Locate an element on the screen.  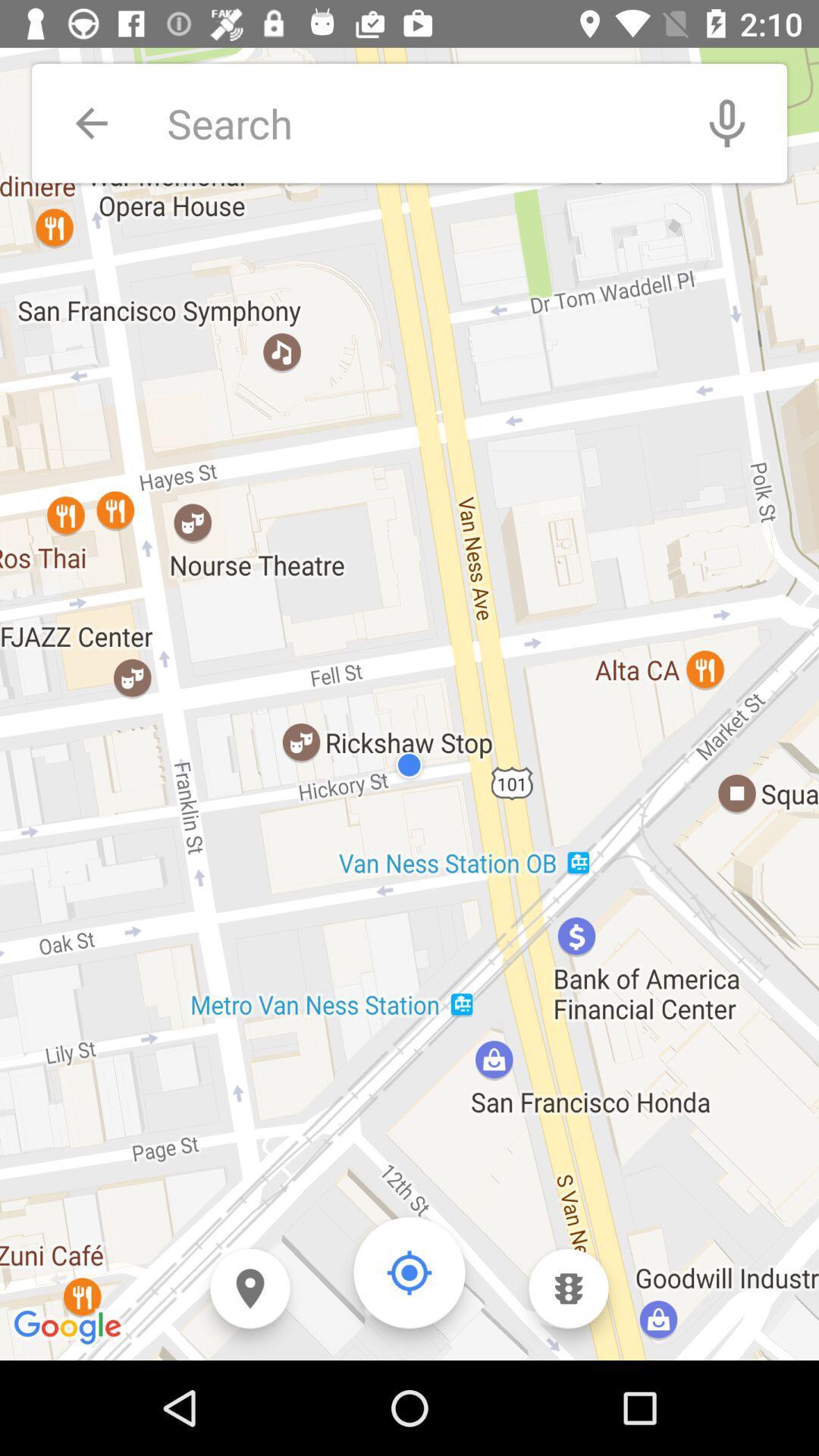
go back is located at coordinates (91, 123).